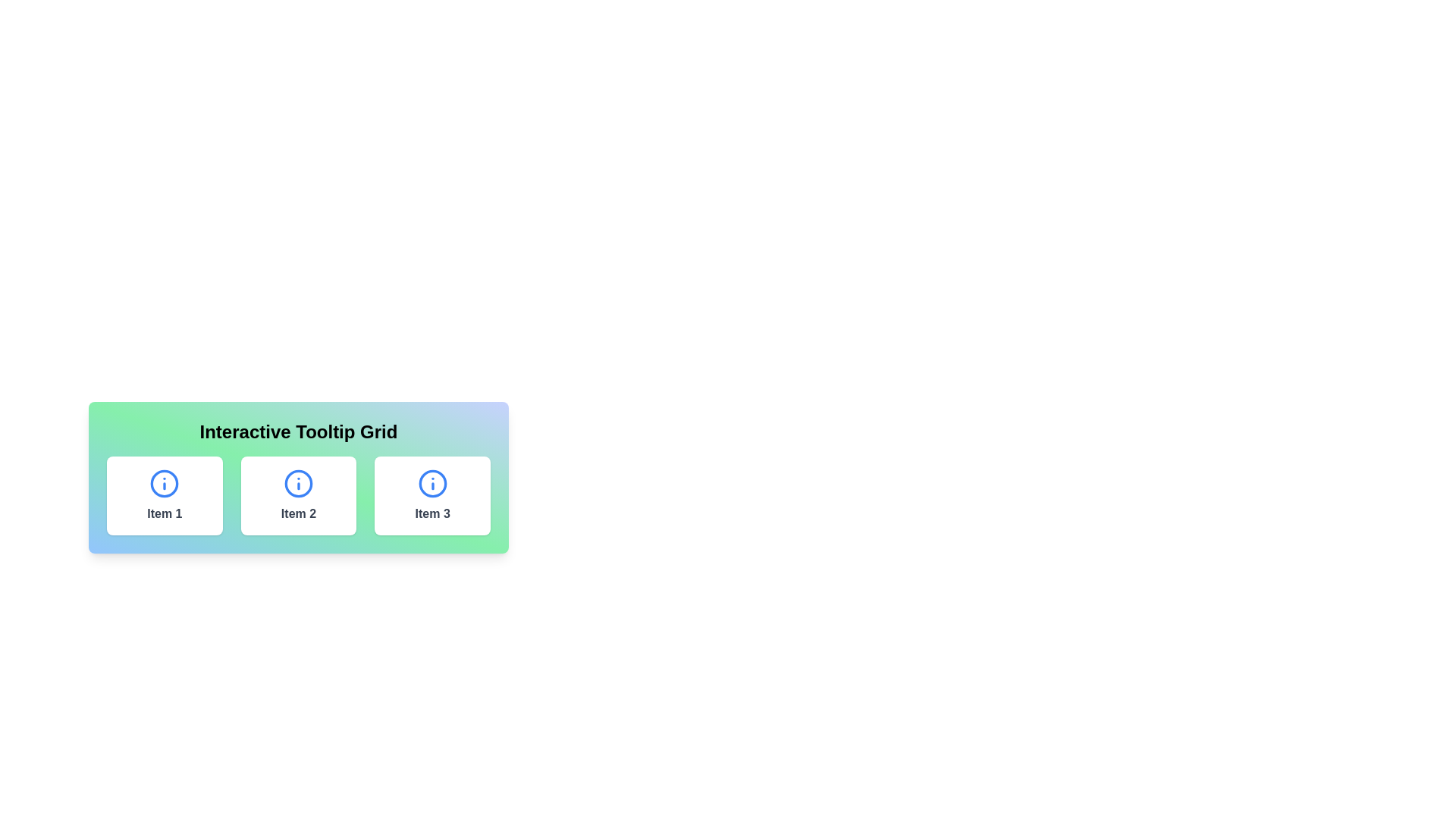 The width and height of the screenshot is (1456, 819). Describe the element at coordinates (431, 483) in the screenshot. I see `the circular information icon with a blue border and 'i' symbol located in the card labeled 'Item 3'` at that location.